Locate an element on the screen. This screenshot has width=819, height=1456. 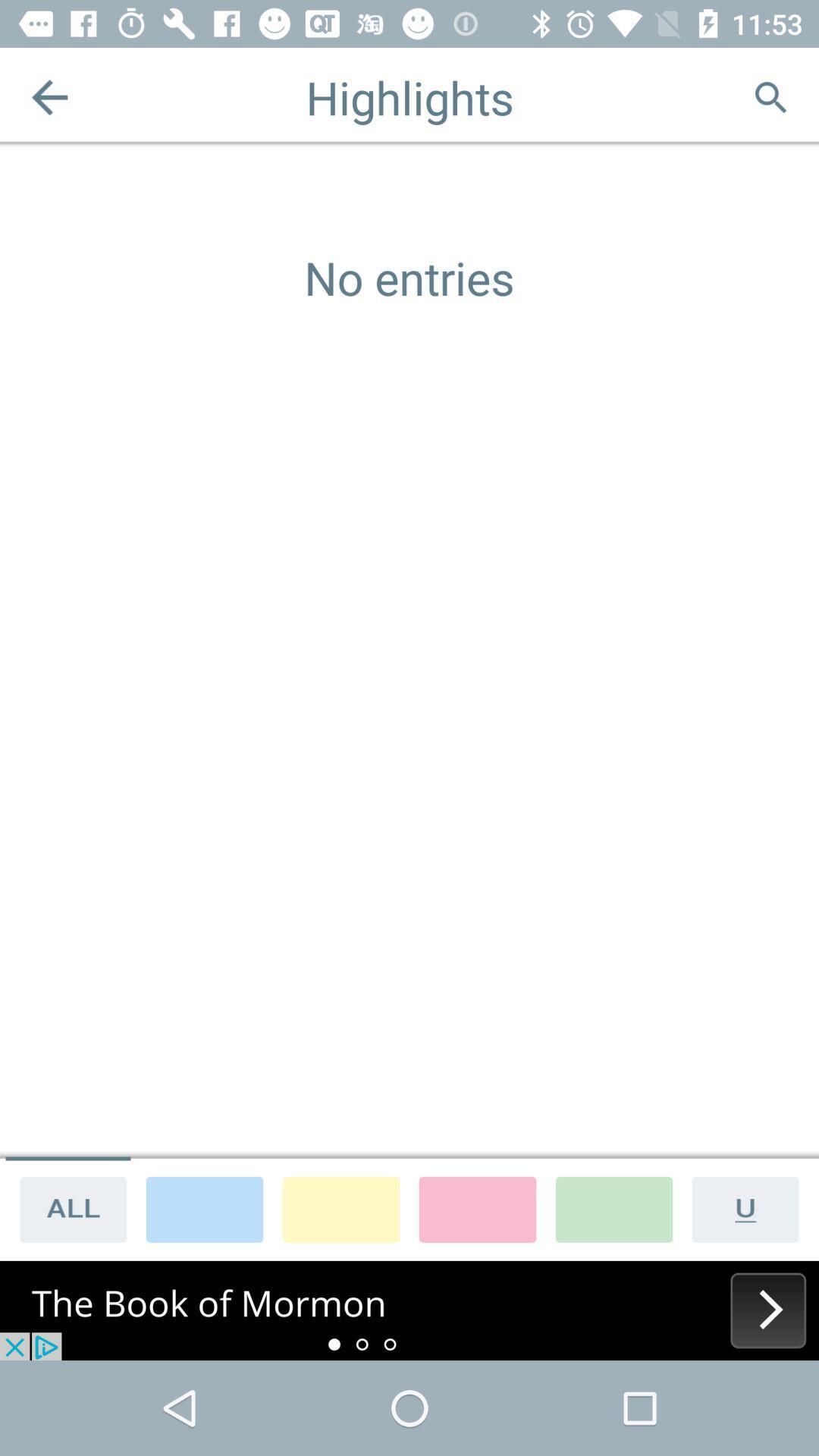
go back is located at coordinates (49, 96).